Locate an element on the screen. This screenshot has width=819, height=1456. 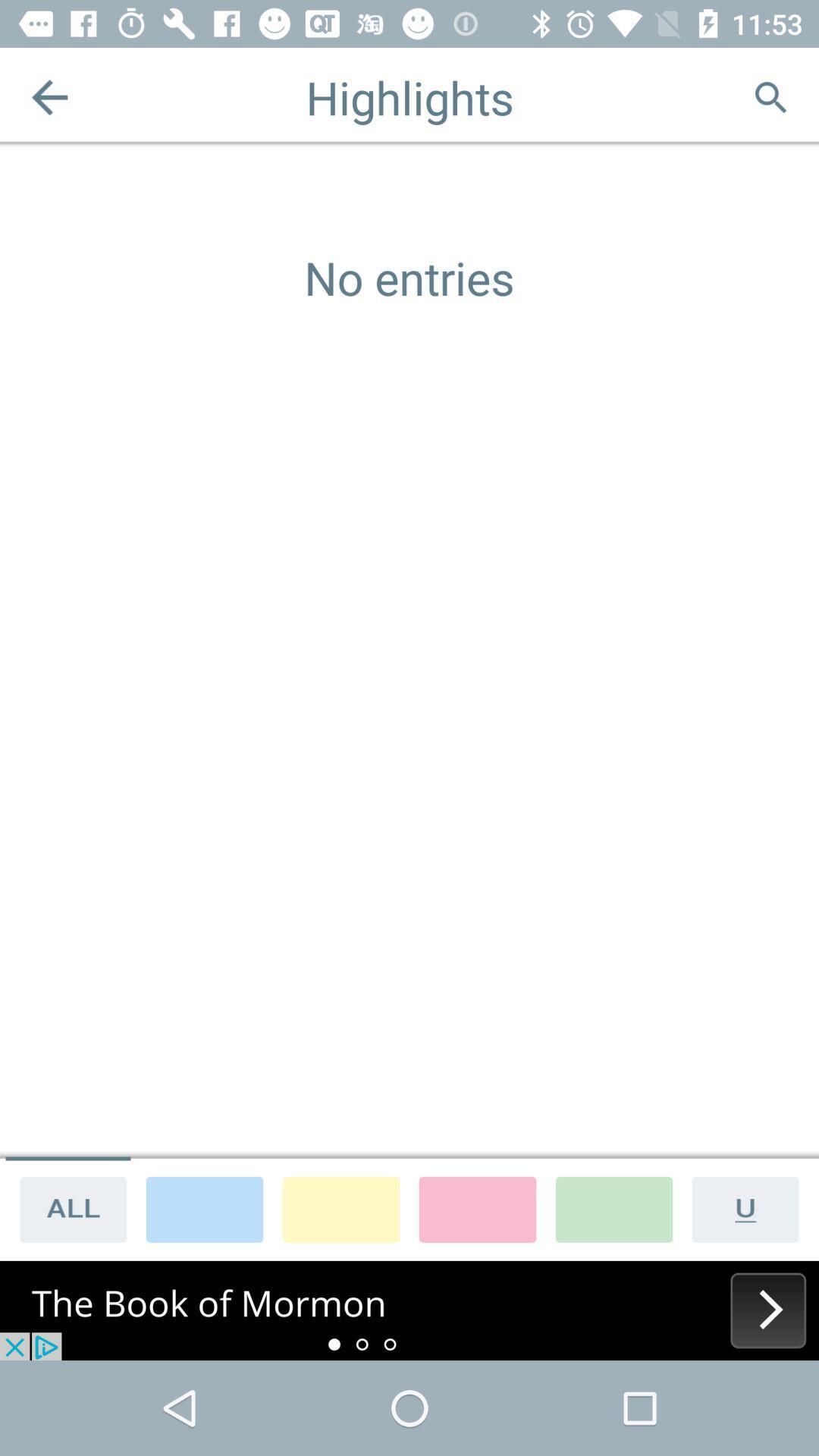
go back is located at coordinates (49, 96).